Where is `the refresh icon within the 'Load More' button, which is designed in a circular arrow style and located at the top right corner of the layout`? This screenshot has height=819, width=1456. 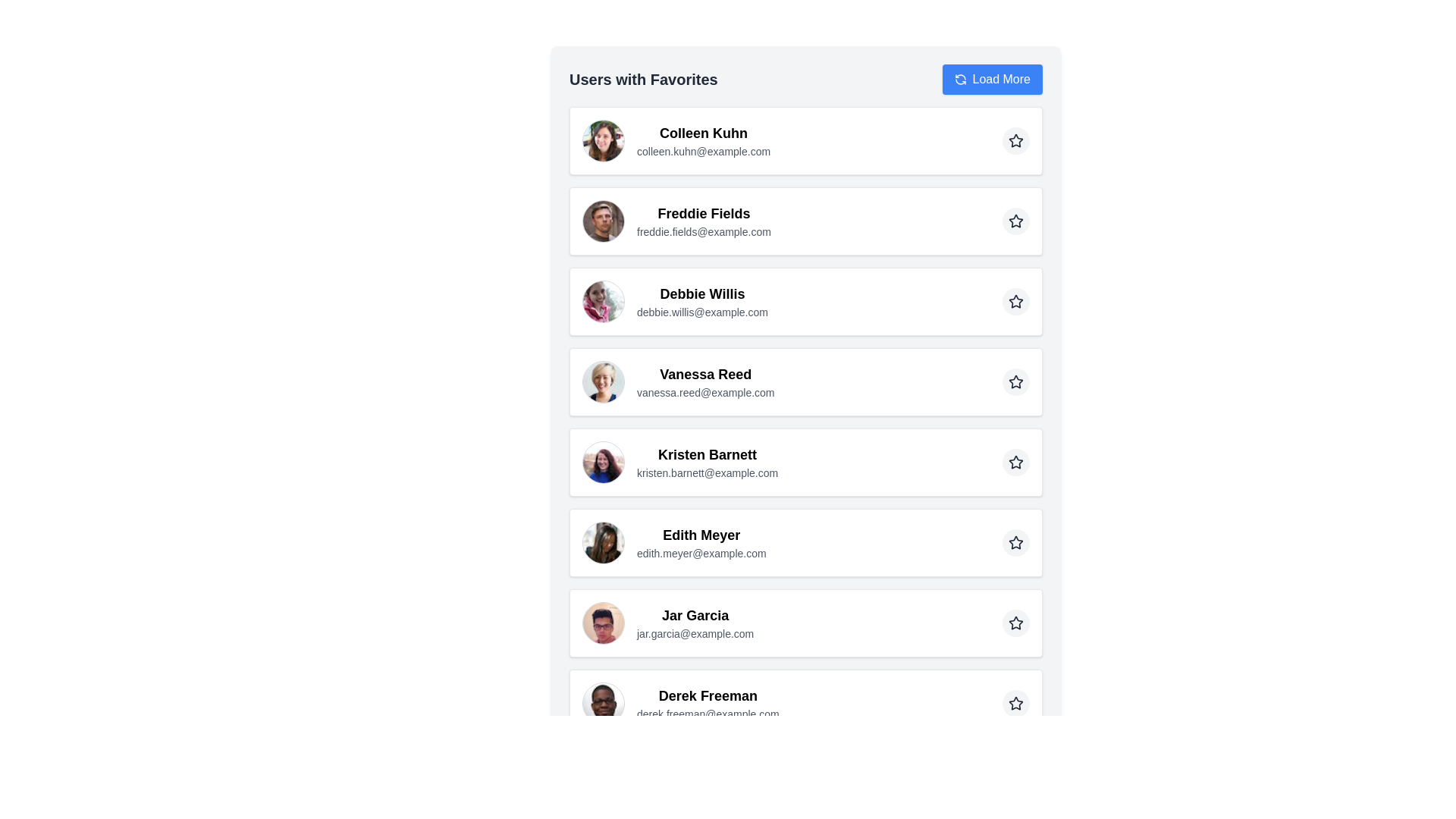 the refresh icon within the 'Load More' button, which is designed in a circular arrow style and located at the top right corner of the layout is located at coordinates (959, 79).